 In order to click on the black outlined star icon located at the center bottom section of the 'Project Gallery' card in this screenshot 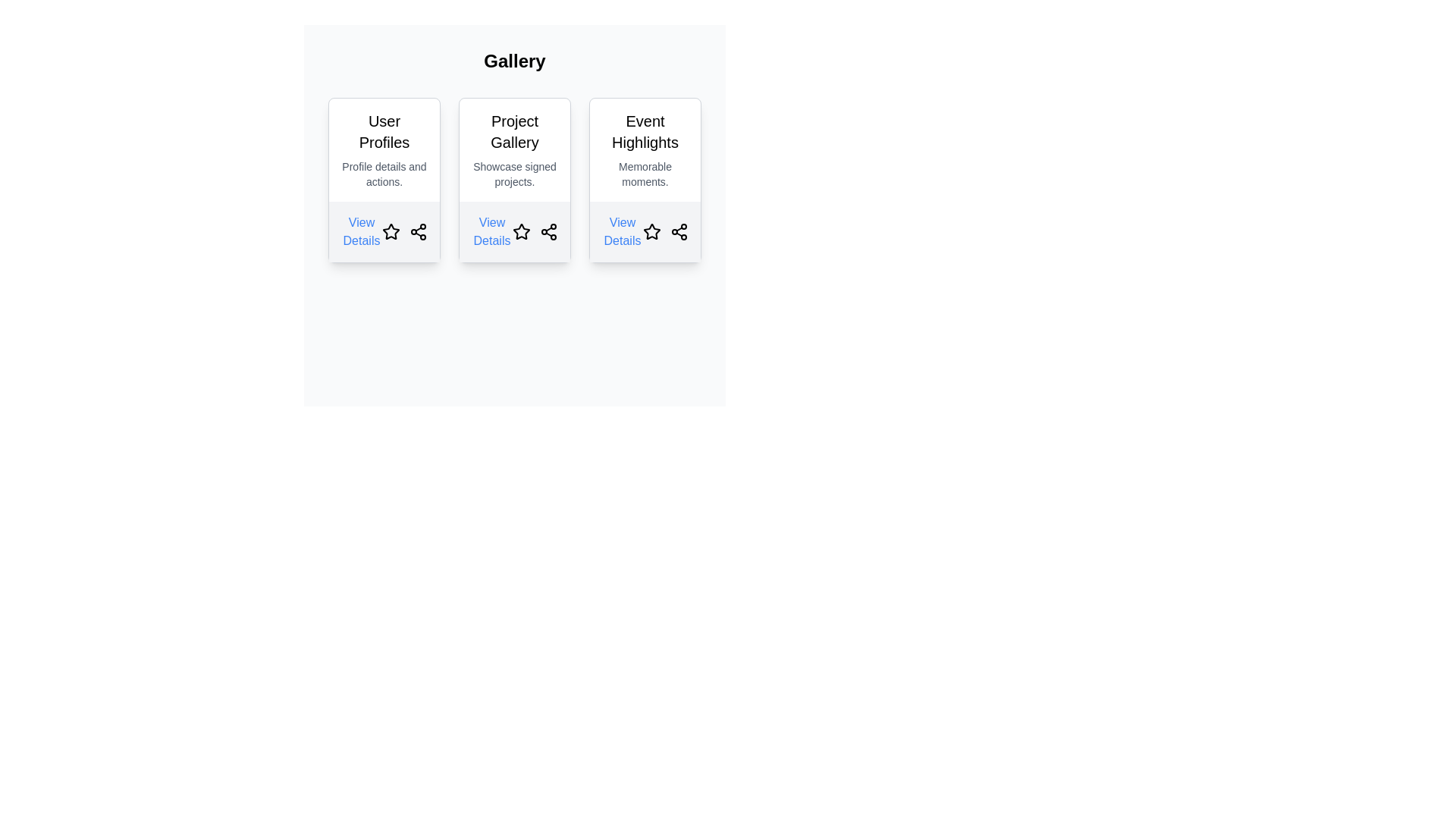, I will do `click(520, 231)`.